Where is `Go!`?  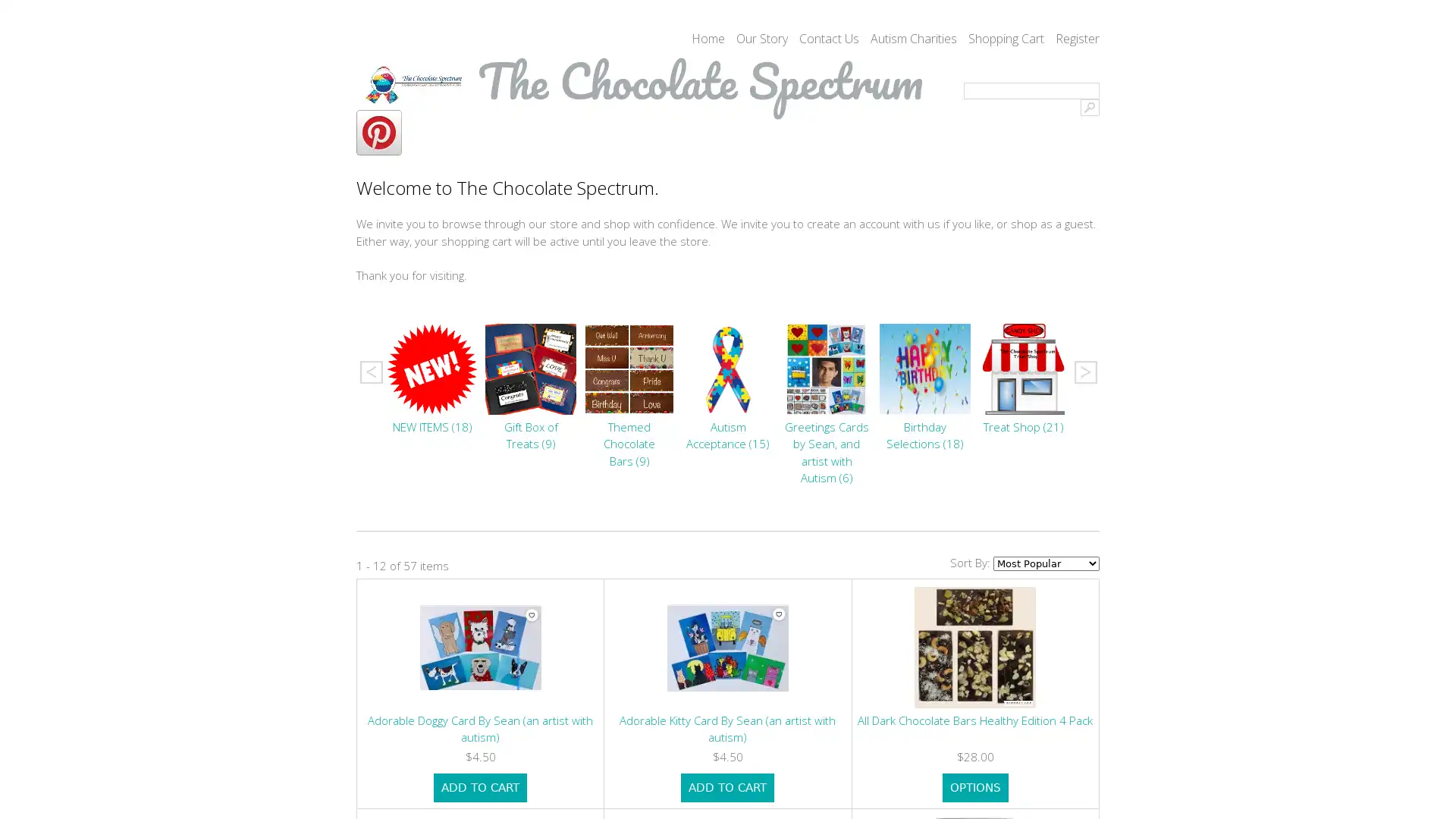
Go! is located at coordinates (1089, 107).